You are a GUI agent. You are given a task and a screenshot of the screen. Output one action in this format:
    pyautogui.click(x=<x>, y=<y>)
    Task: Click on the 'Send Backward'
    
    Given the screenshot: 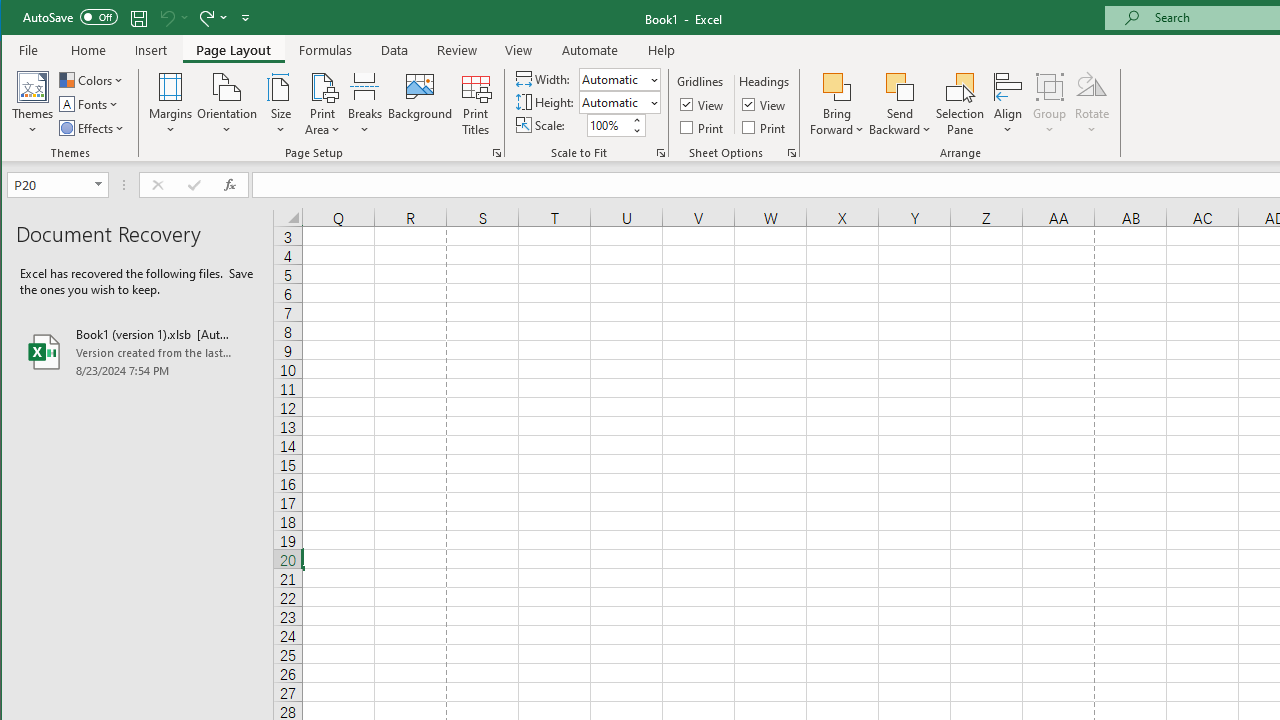 What is the action you would take?
    pyautogui.click(x=899, y=85)
    